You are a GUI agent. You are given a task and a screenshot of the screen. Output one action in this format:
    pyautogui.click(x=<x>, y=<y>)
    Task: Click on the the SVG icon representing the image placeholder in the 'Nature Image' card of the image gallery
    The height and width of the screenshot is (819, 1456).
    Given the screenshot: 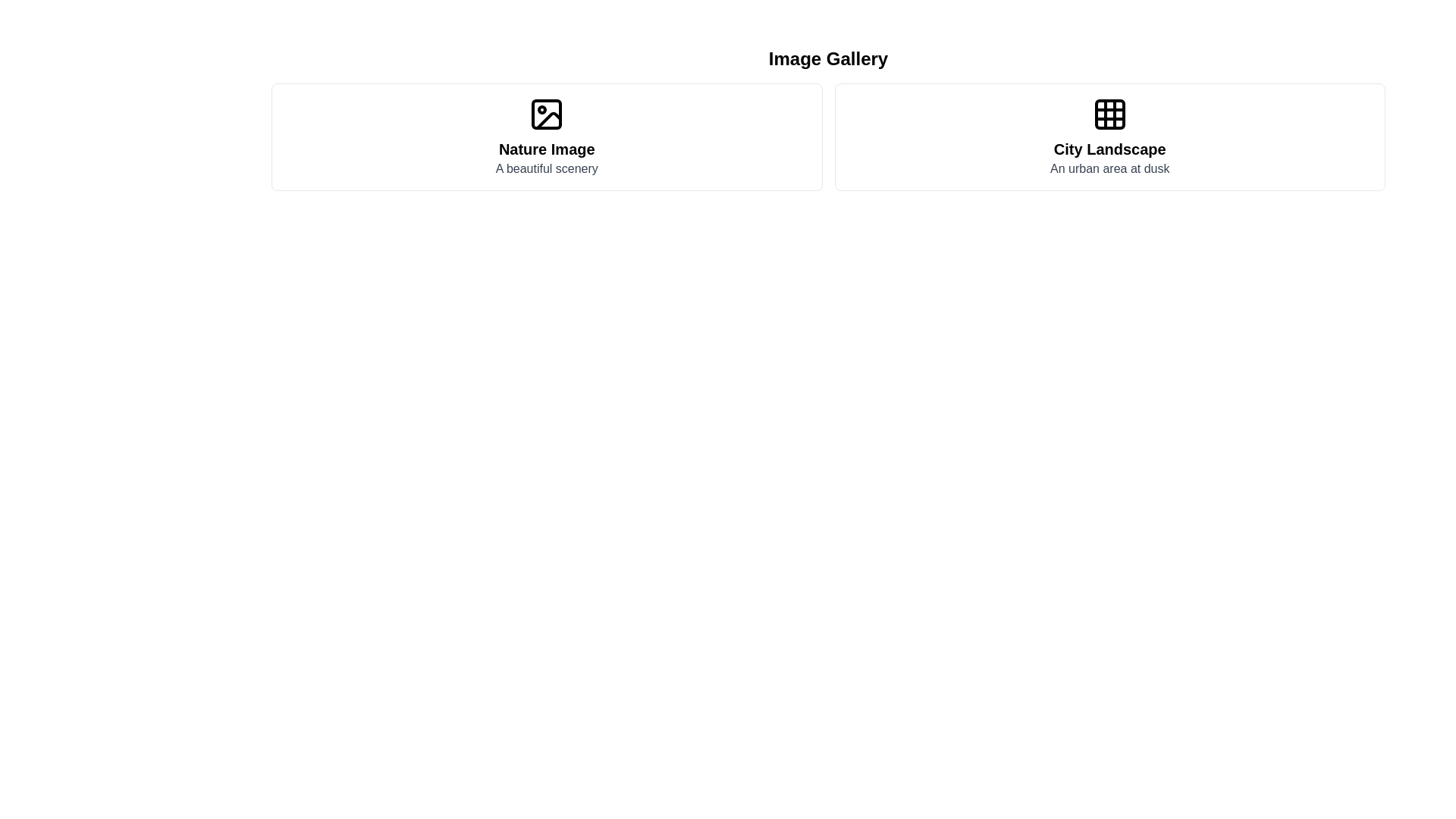 What is the action you would take?
    pyautogui.click(x=546, y=113)
    